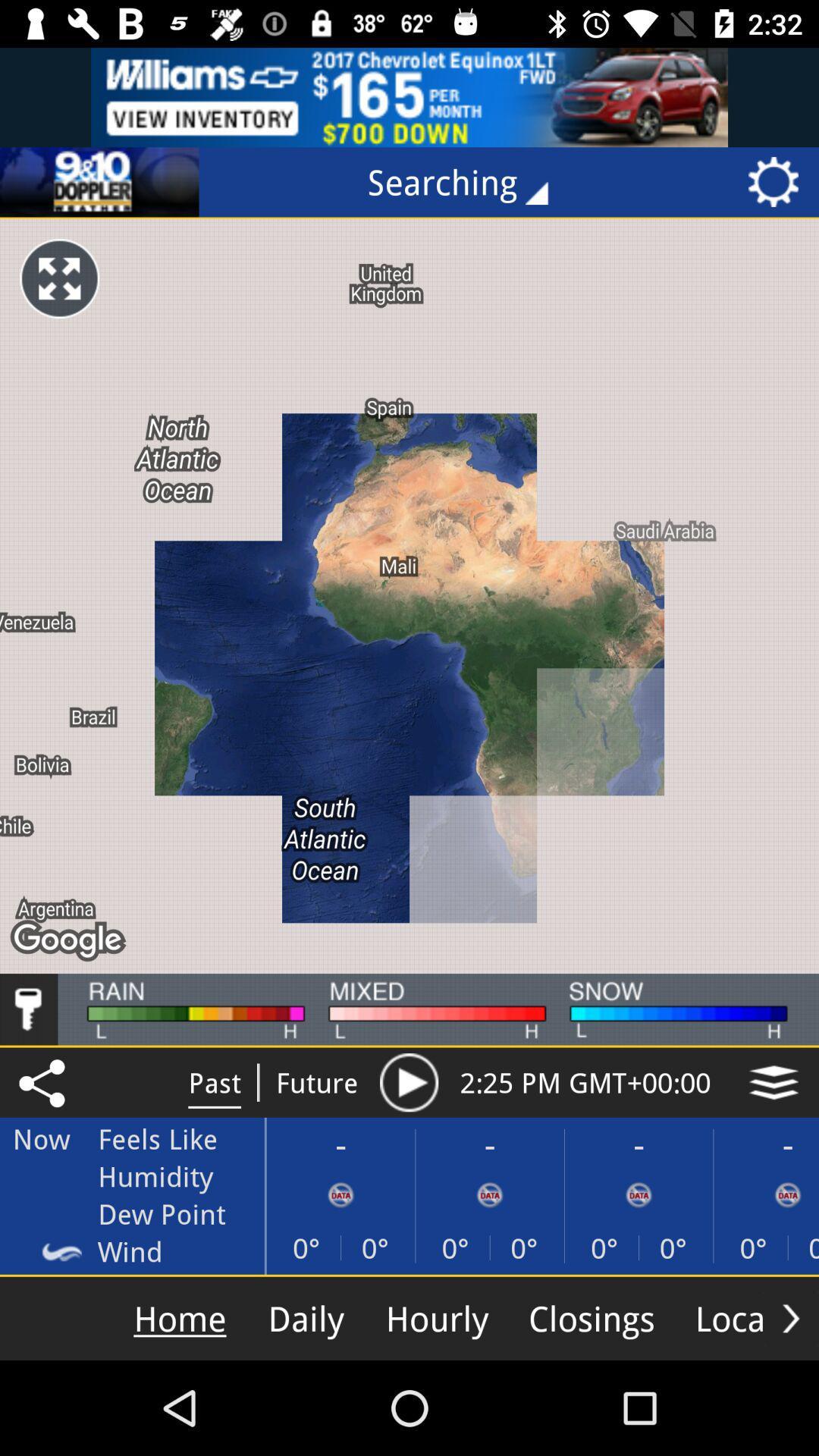  I want to click on the arrow_forward icon, so click(790, 1317).